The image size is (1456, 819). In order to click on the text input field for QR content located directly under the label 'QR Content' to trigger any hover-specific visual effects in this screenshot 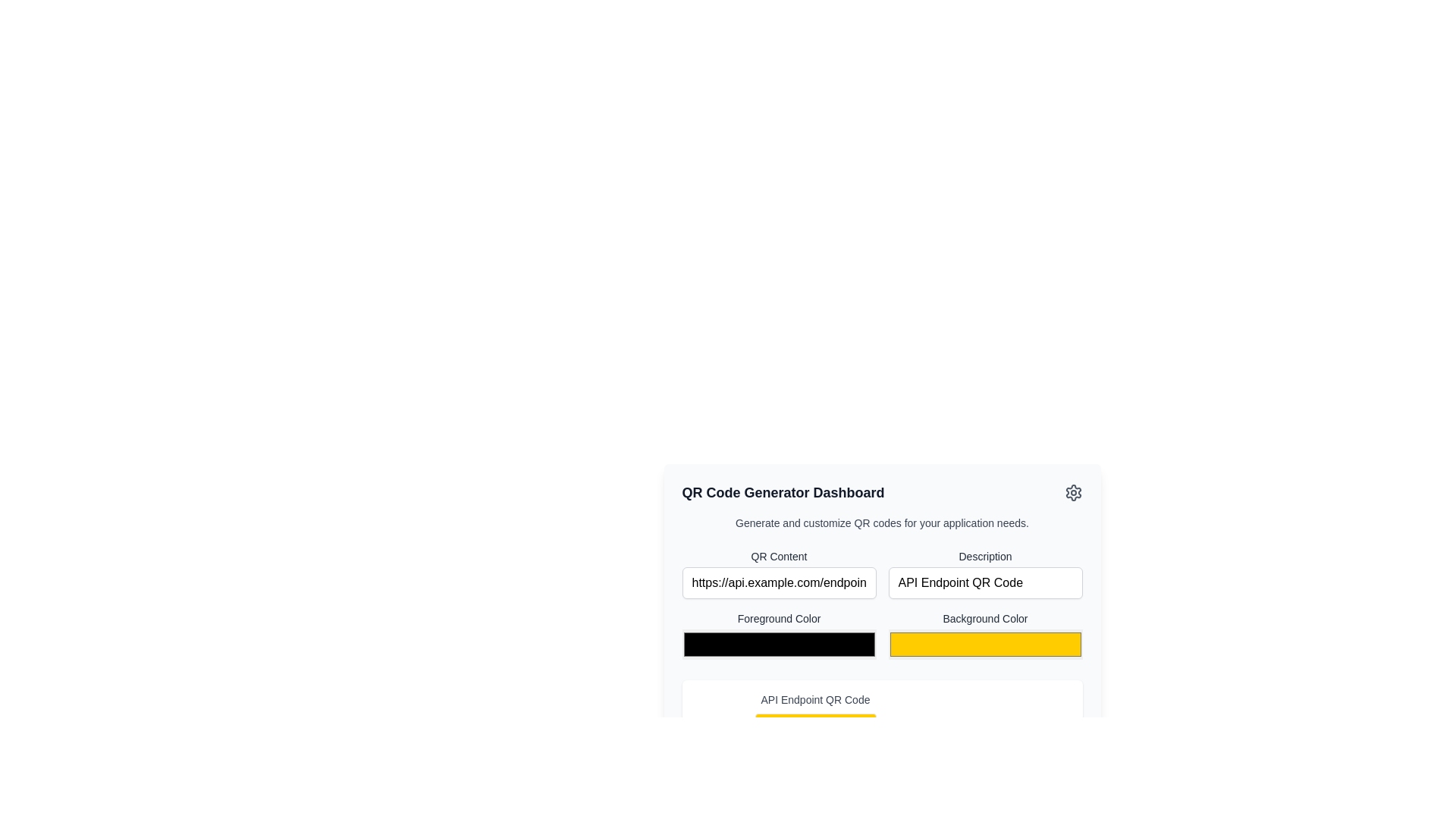, I will do `click(779, 573)`.